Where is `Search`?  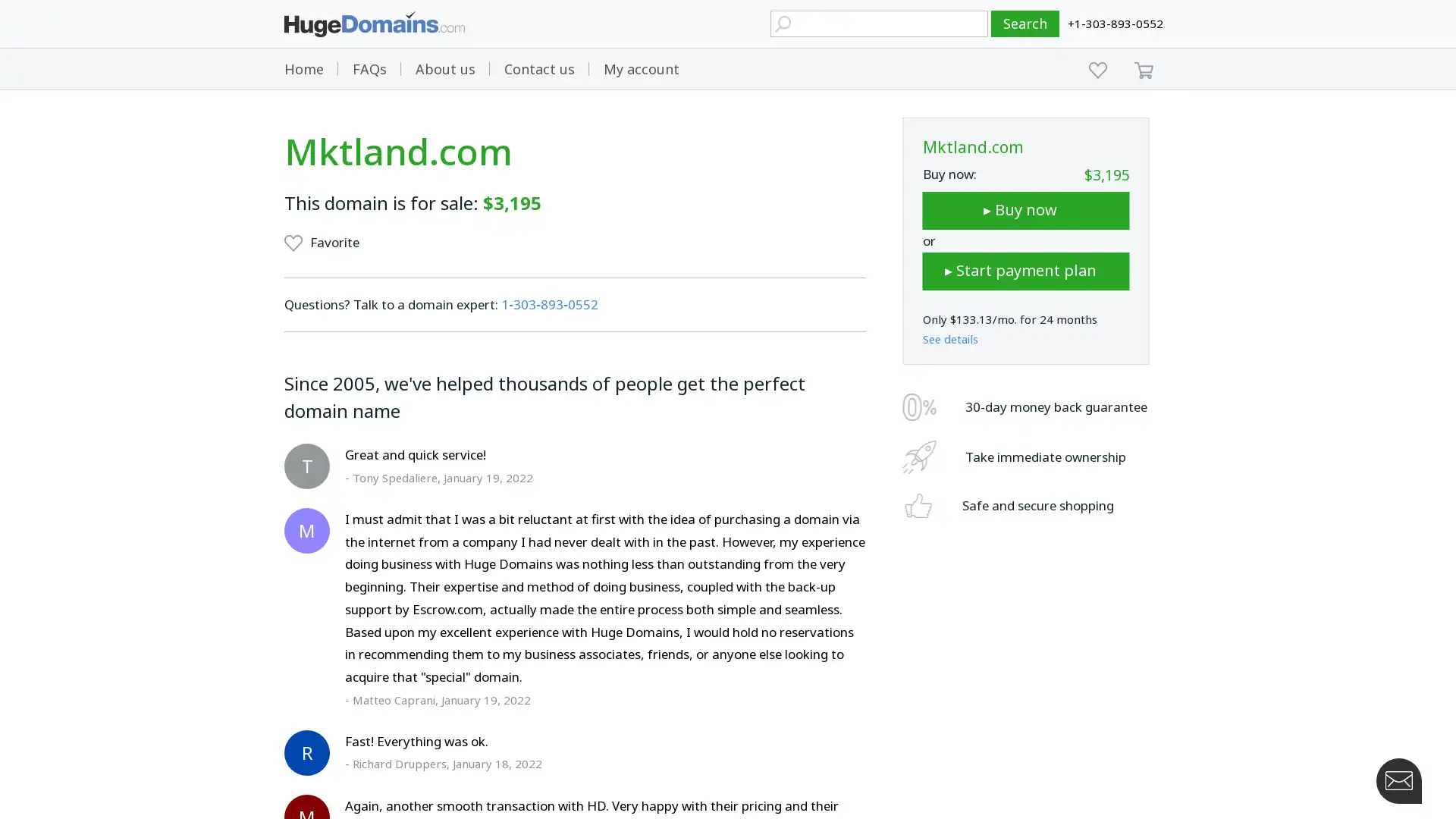 Search is located at coordinates (1025, 24).